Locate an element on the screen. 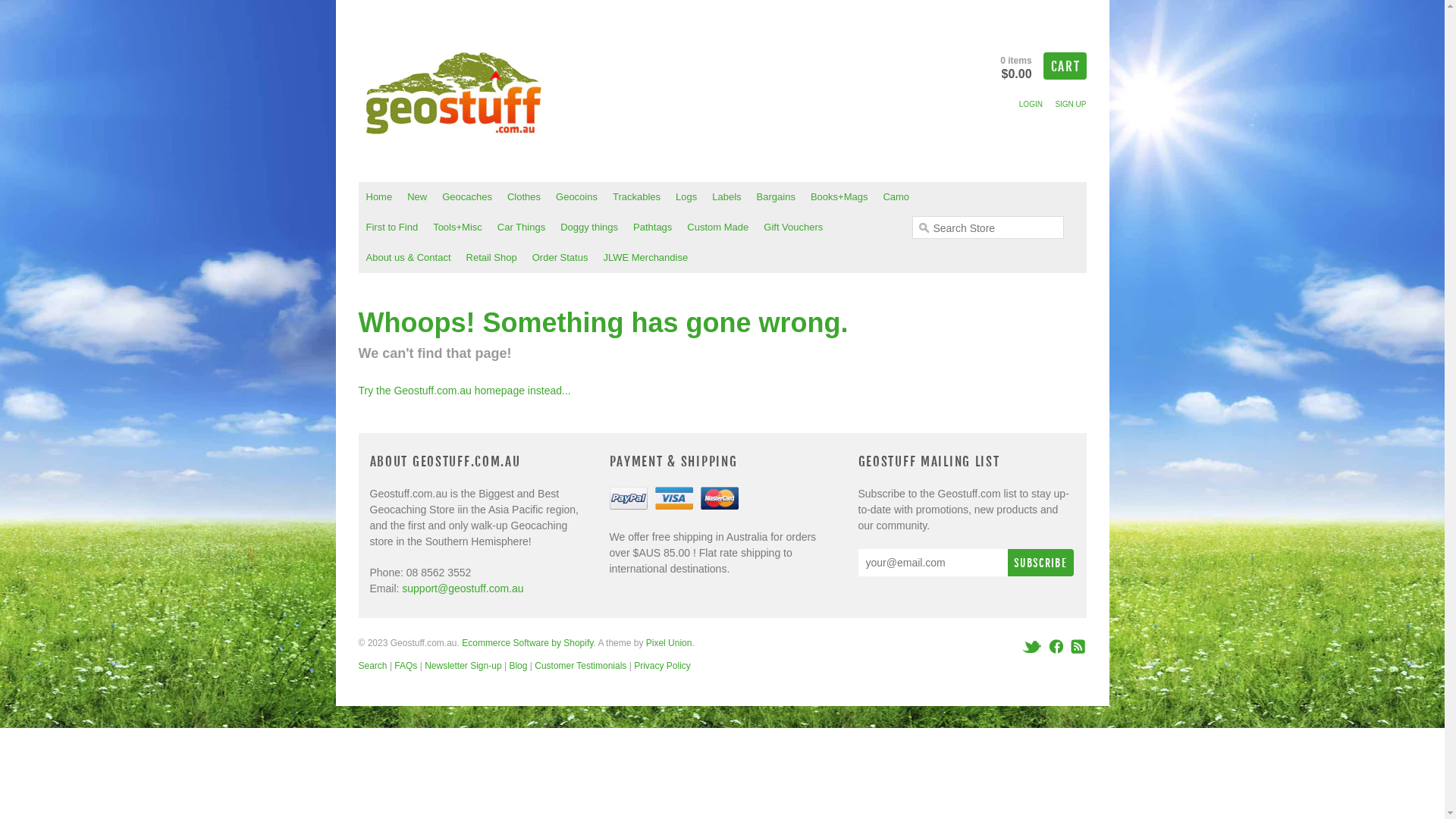 This screenshot has width=1456, height=819. 'Camo' is located at coordinates (874, 196).